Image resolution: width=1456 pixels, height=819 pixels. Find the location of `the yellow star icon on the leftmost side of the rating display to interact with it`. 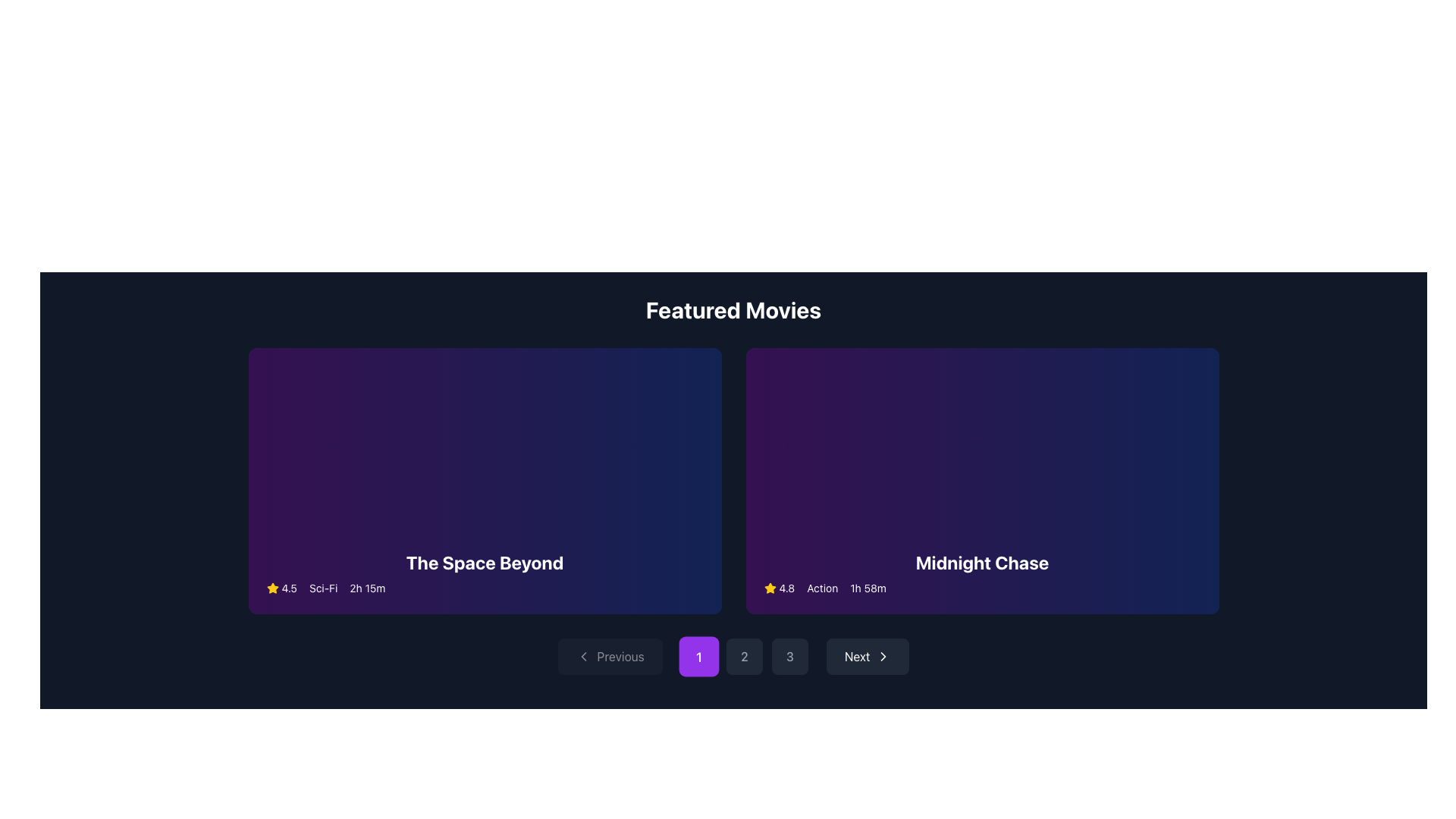

the yellow star icon on the leftmost side of the rating display to interact with it is located at coordinates (272, 587).